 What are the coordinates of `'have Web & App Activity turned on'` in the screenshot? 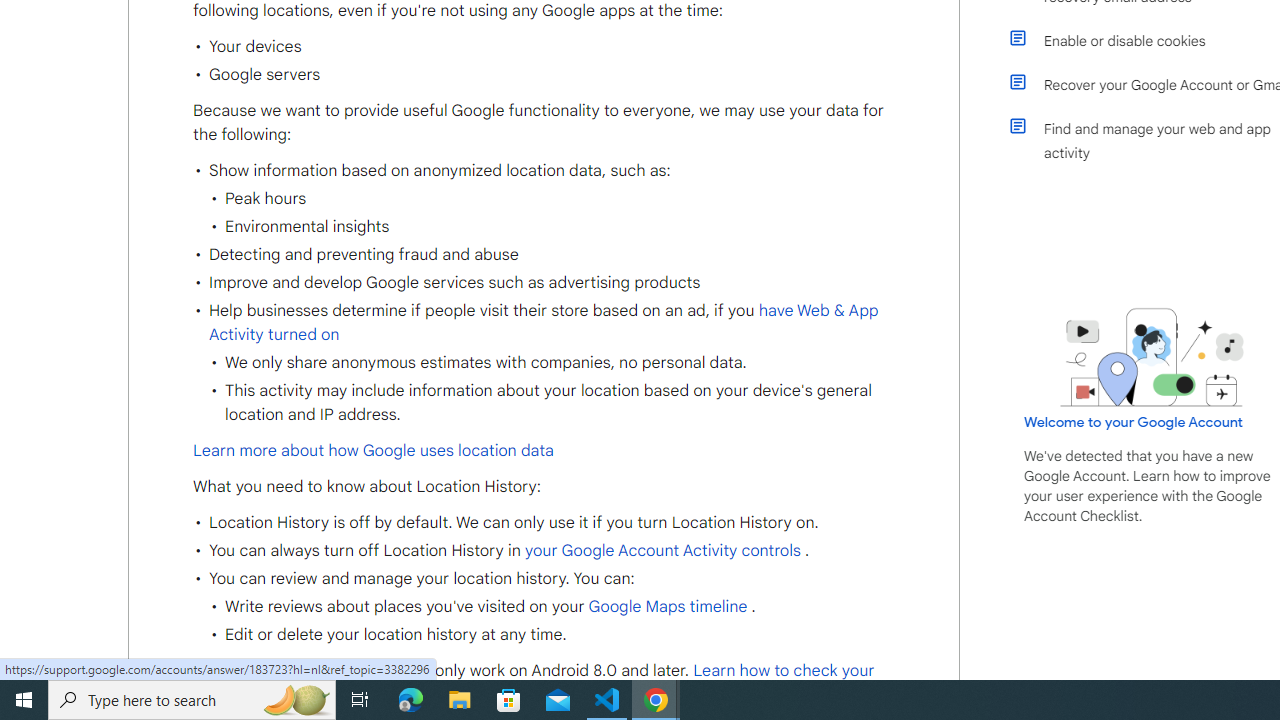 It's located at (544, 321).